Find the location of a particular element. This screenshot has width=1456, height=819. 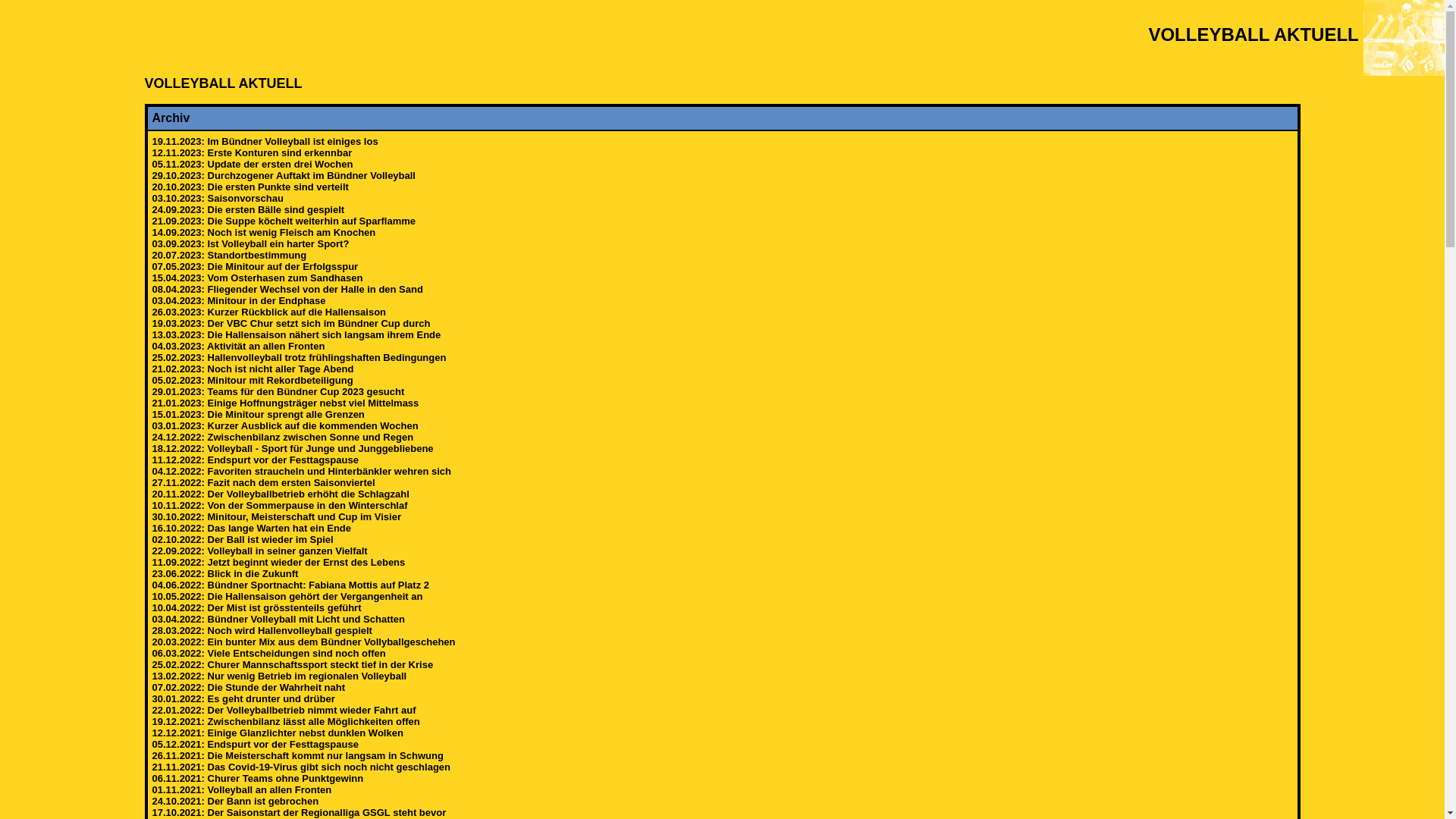

'15.01.2023: Die Minitour sprengt alle Grenzen' is located at coordinates (258, 414).